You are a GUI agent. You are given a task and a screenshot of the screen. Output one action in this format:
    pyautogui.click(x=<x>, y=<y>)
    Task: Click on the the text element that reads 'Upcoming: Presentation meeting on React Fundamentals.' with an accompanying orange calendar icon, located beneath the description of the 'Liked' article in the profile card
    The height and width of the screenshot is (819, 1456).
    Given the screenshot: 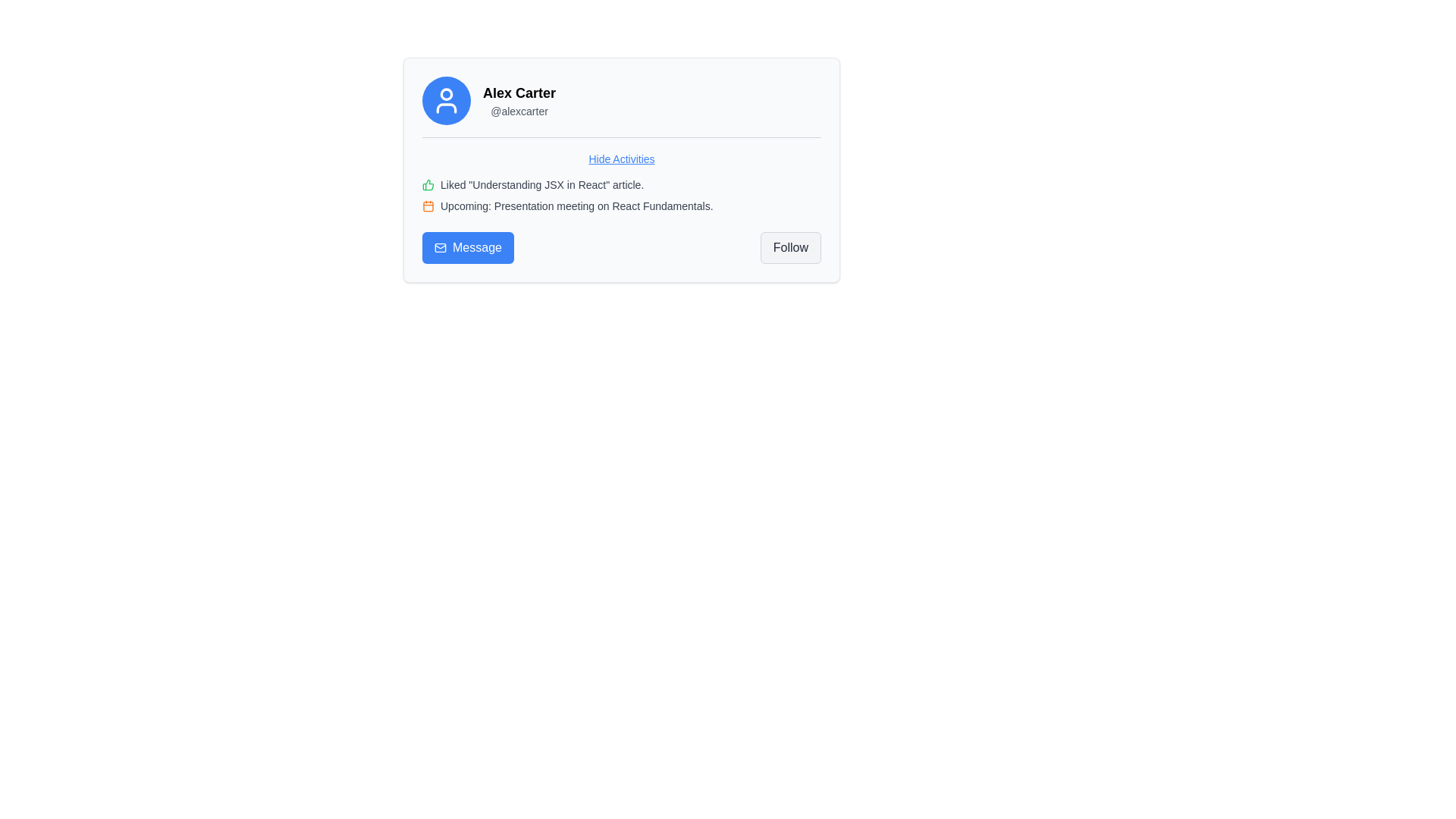 What is the action you would take?
    pyautogui.click(x=622, y=206)
    